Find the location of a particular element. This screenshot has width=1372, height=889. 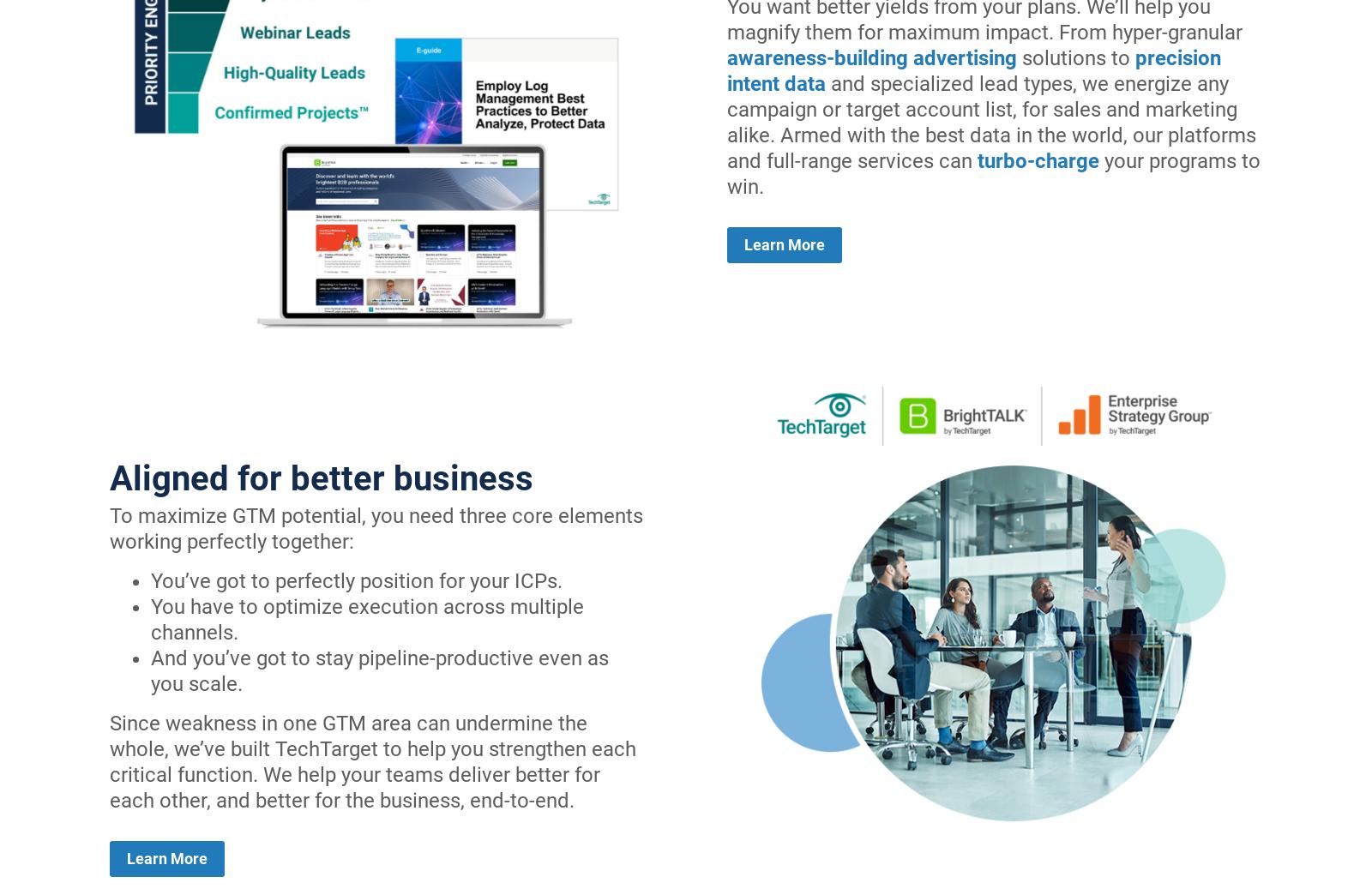

'You have to optimize execution across multiple channels.' is located at coordinates (366, 618).